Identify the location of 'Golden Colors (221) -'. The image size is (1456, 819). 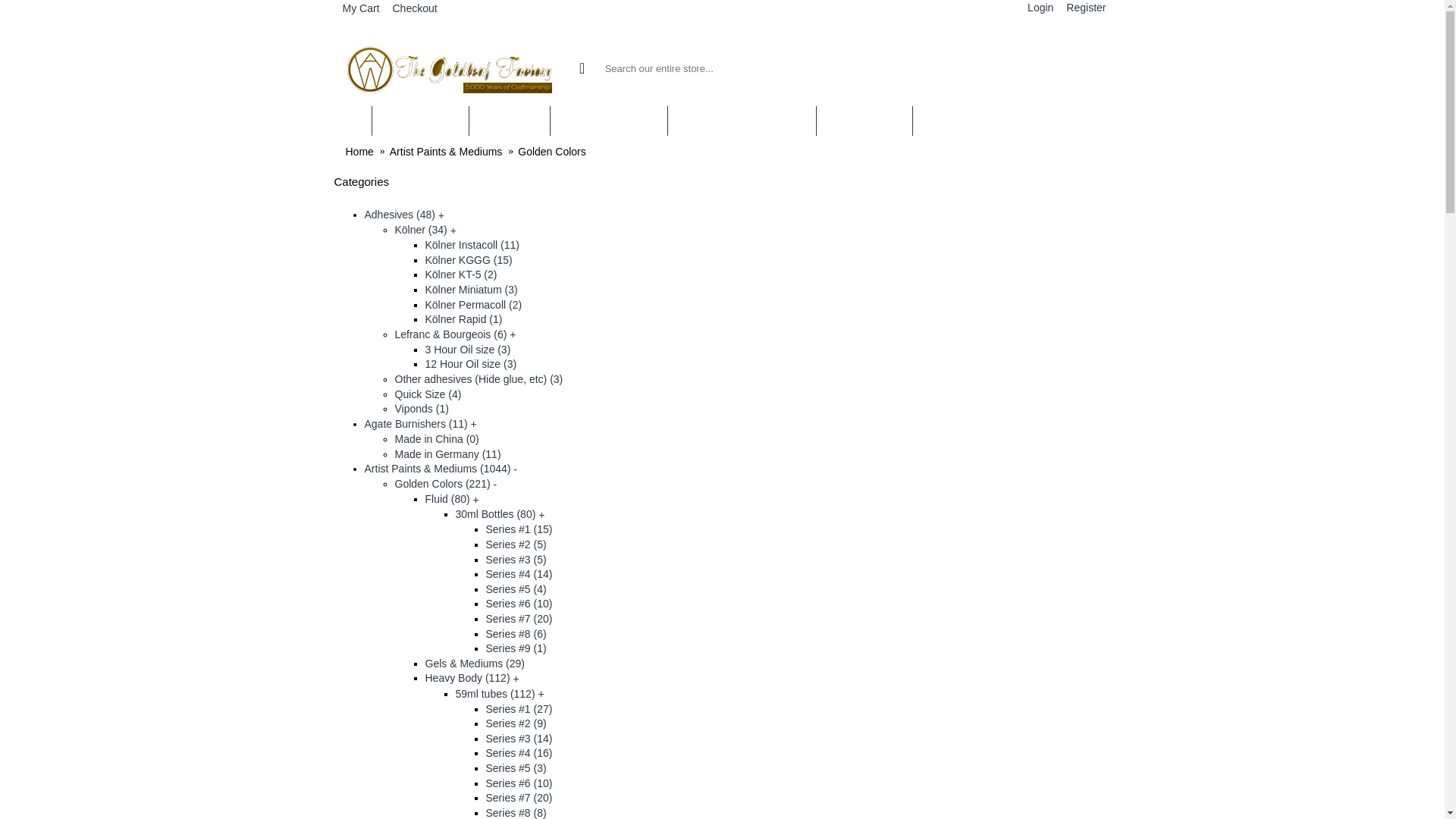
(444, 483).